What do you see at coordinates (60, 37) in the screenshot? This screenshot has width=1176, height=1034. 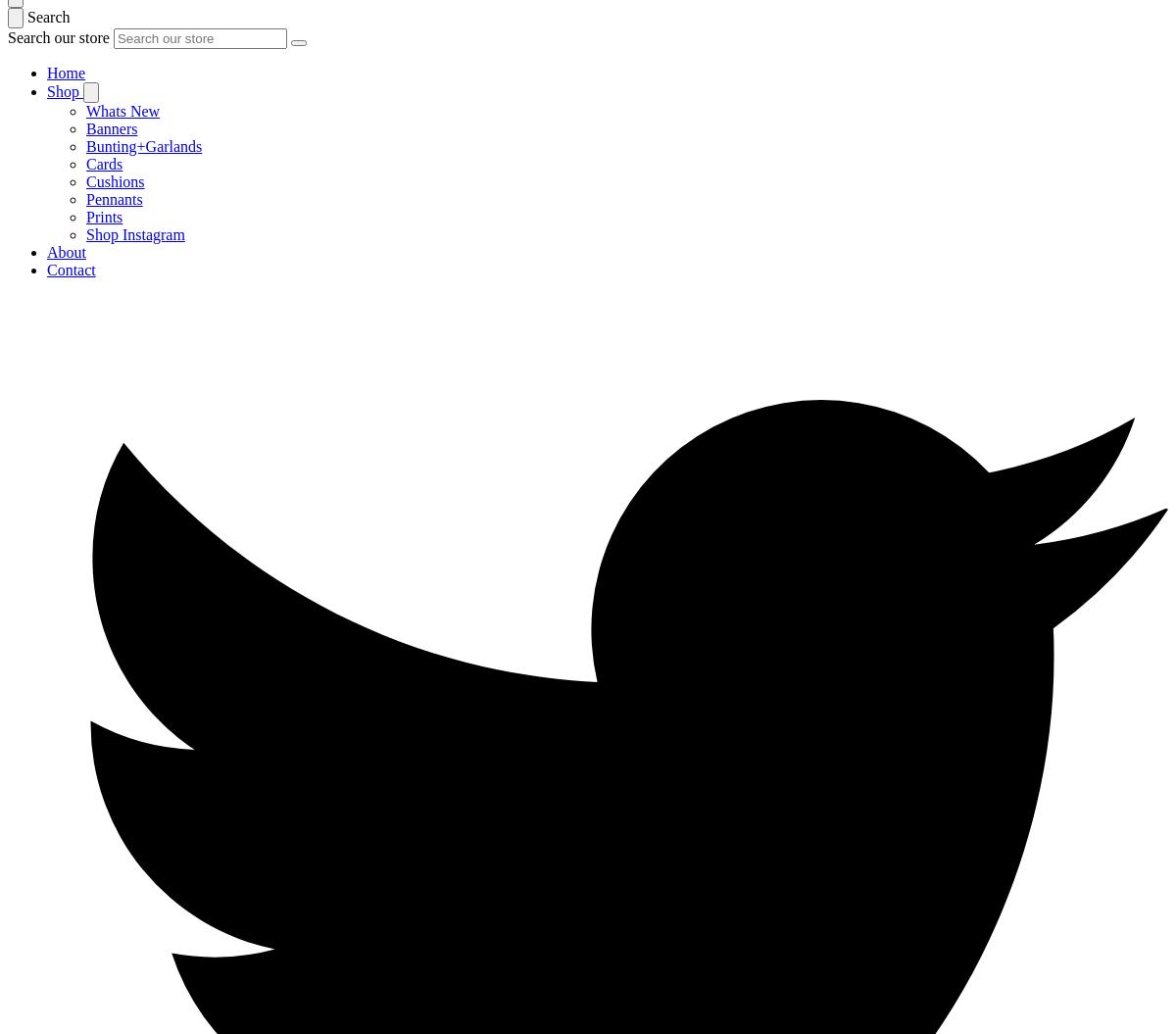 I see `'Search our store'` at bounding box center [60, 37].